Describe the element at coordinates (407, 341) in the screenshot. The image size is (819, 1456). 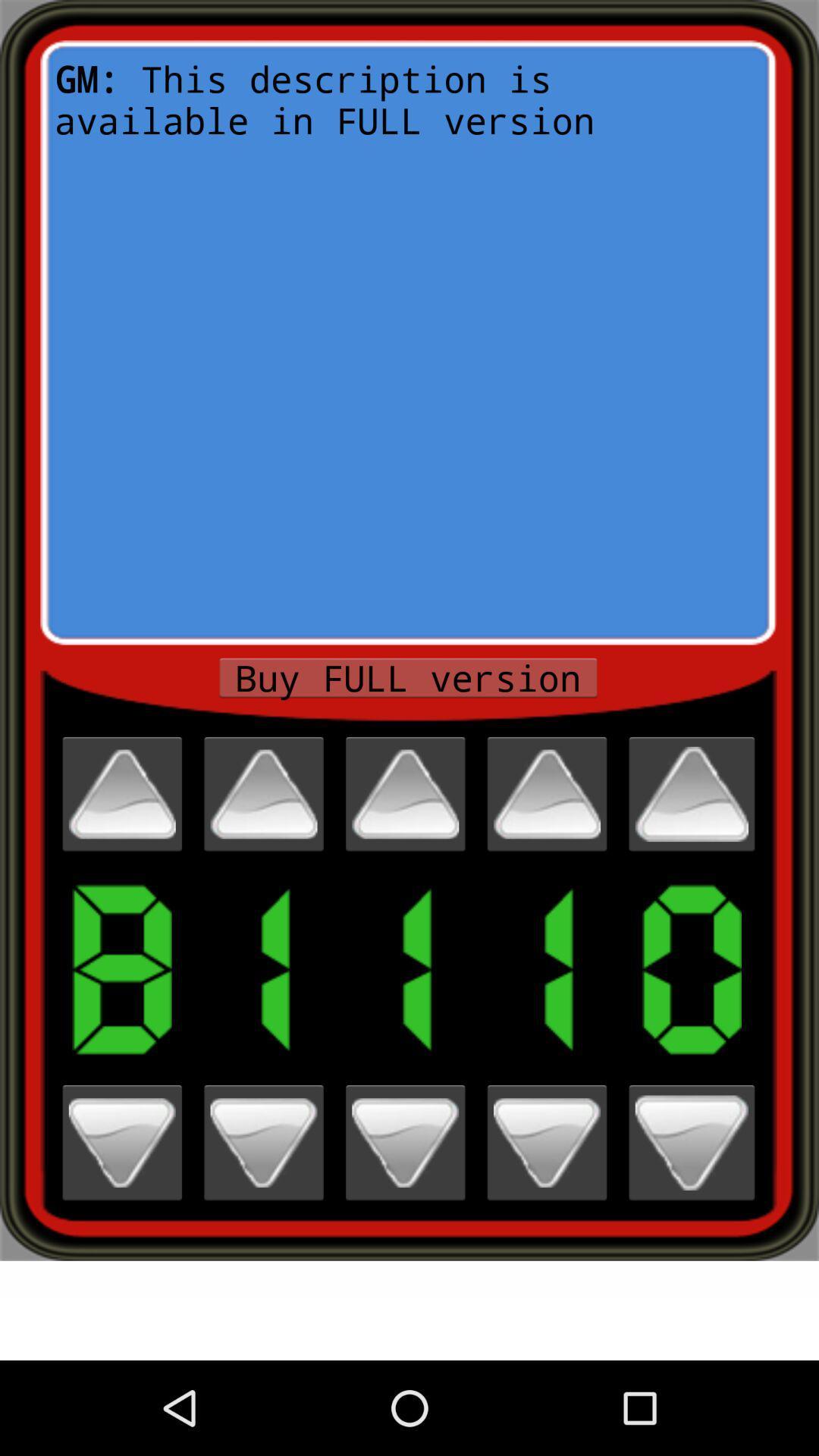
I see `icon above the buy full version` at that location.